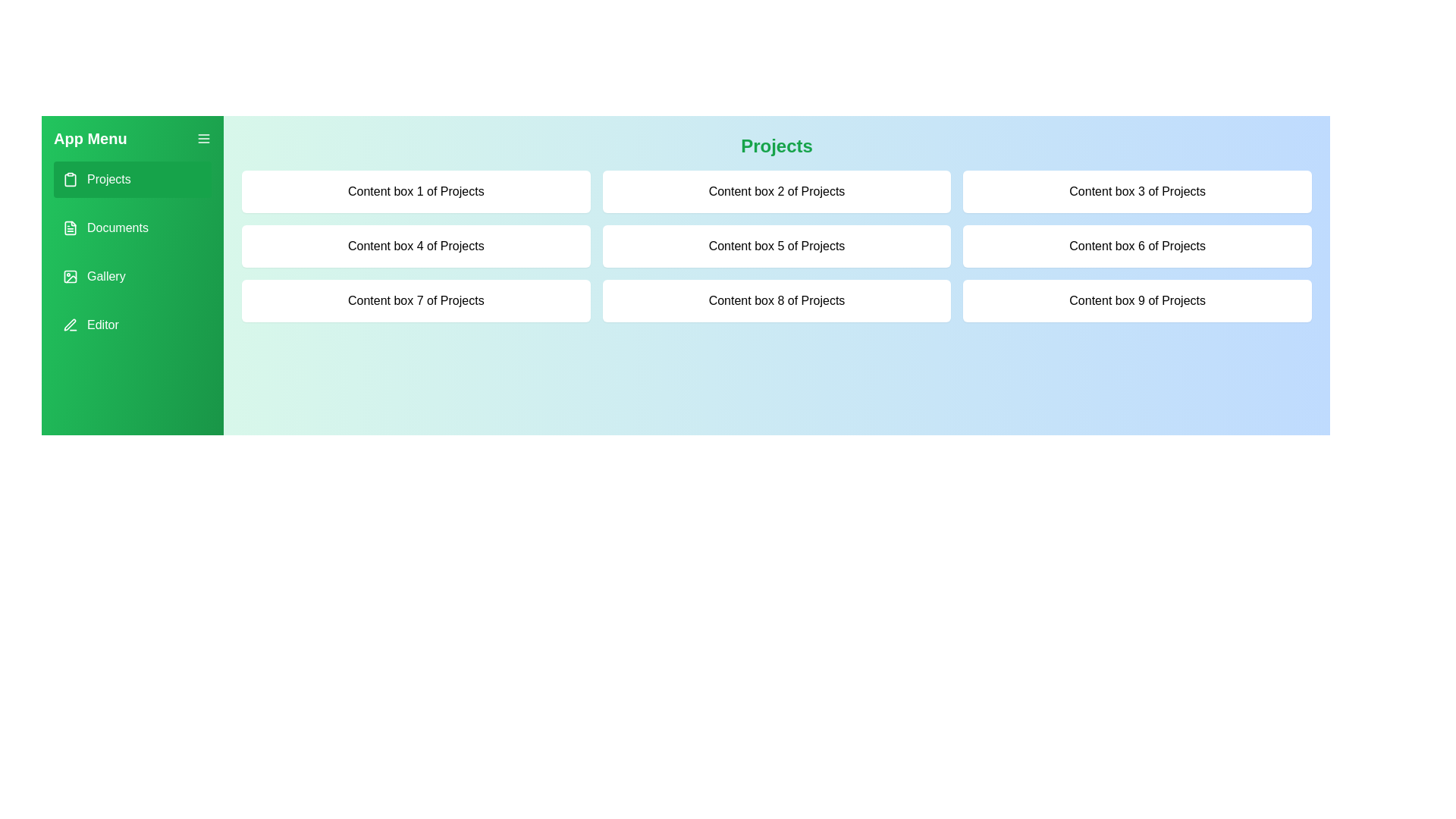  Describe the element at coordinates (132, 227) in the screenshot. I see `the section Documents from the menu` at that location.